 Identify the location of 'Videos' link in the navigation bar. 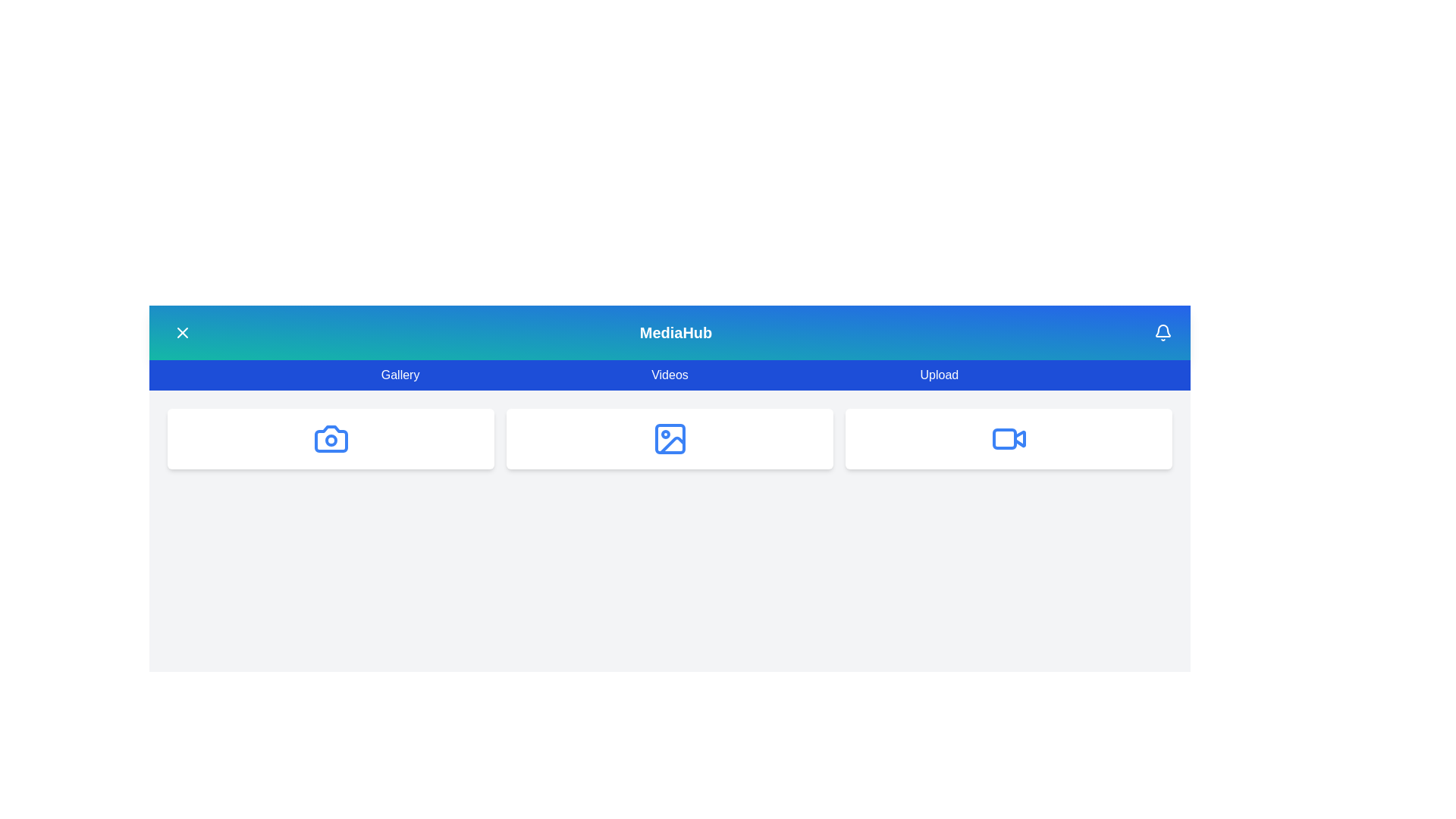
(669, 375).